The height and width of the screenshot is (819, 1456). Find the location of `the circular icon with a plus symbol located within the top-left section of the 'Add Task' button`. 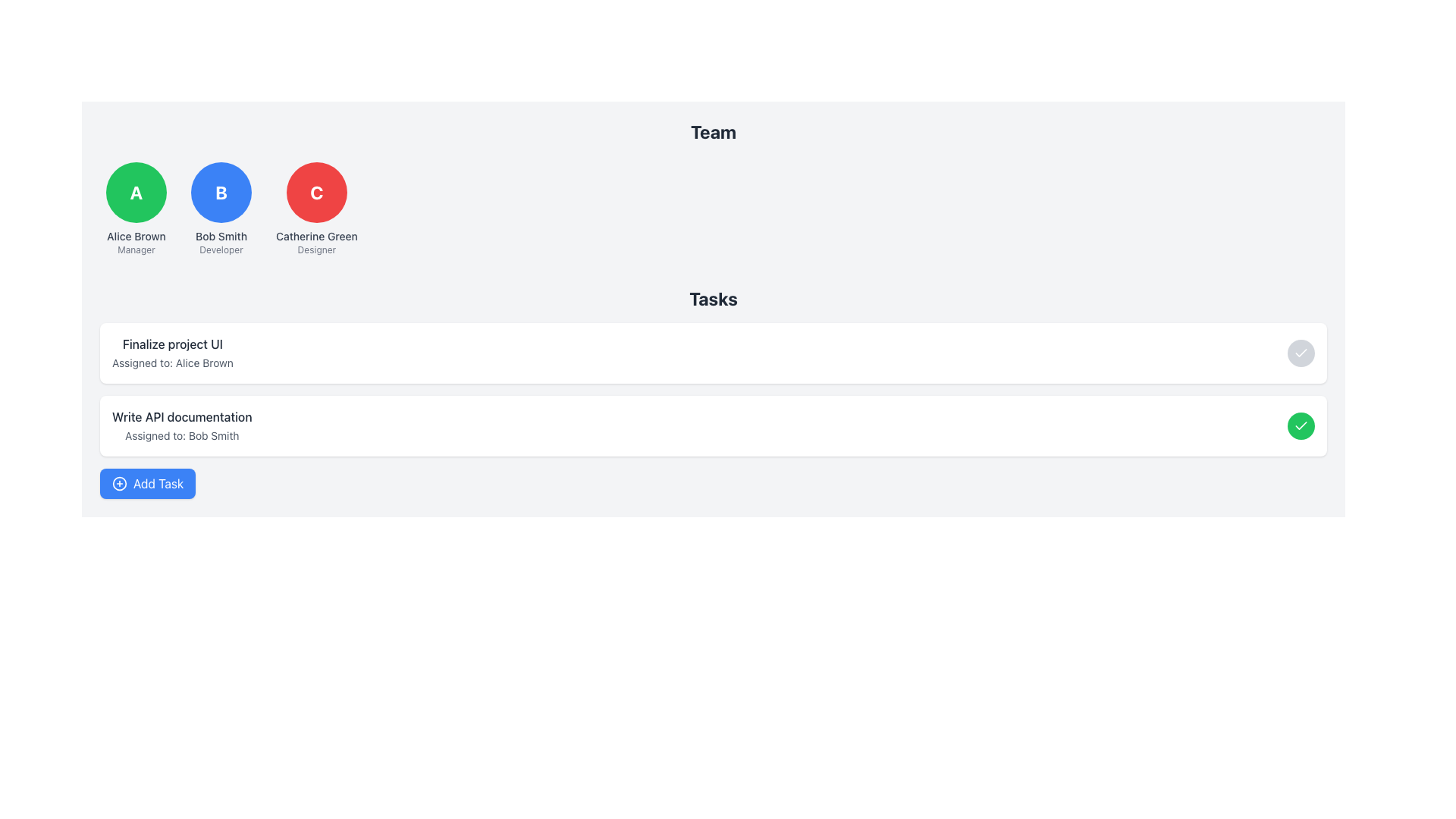

the circular icon with a plus symbol located within the top-left section of the 'Add Task' button is located at coordinates (119, 483).